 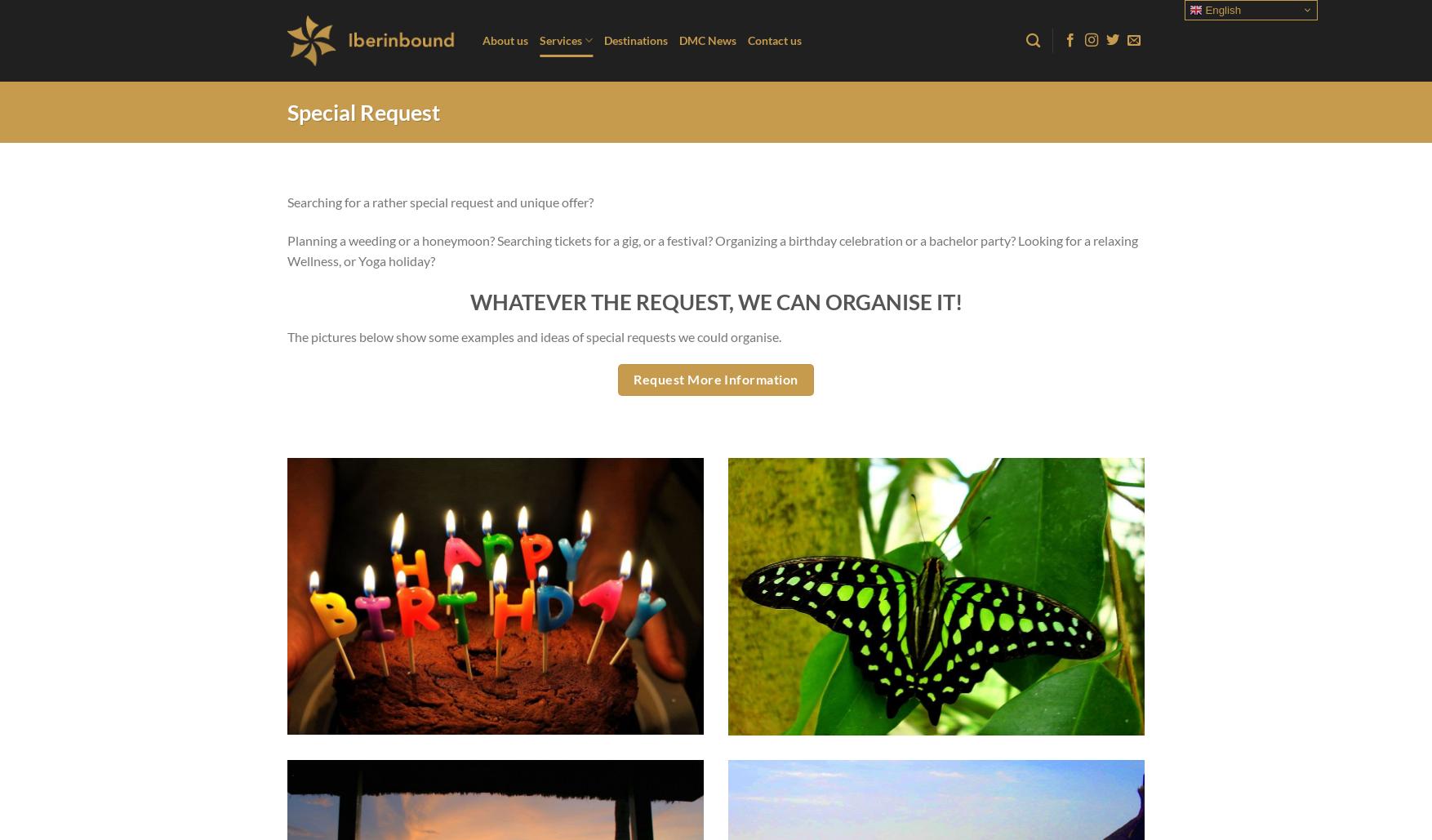 I want to click on 'About us', so click(x=504, y=40).